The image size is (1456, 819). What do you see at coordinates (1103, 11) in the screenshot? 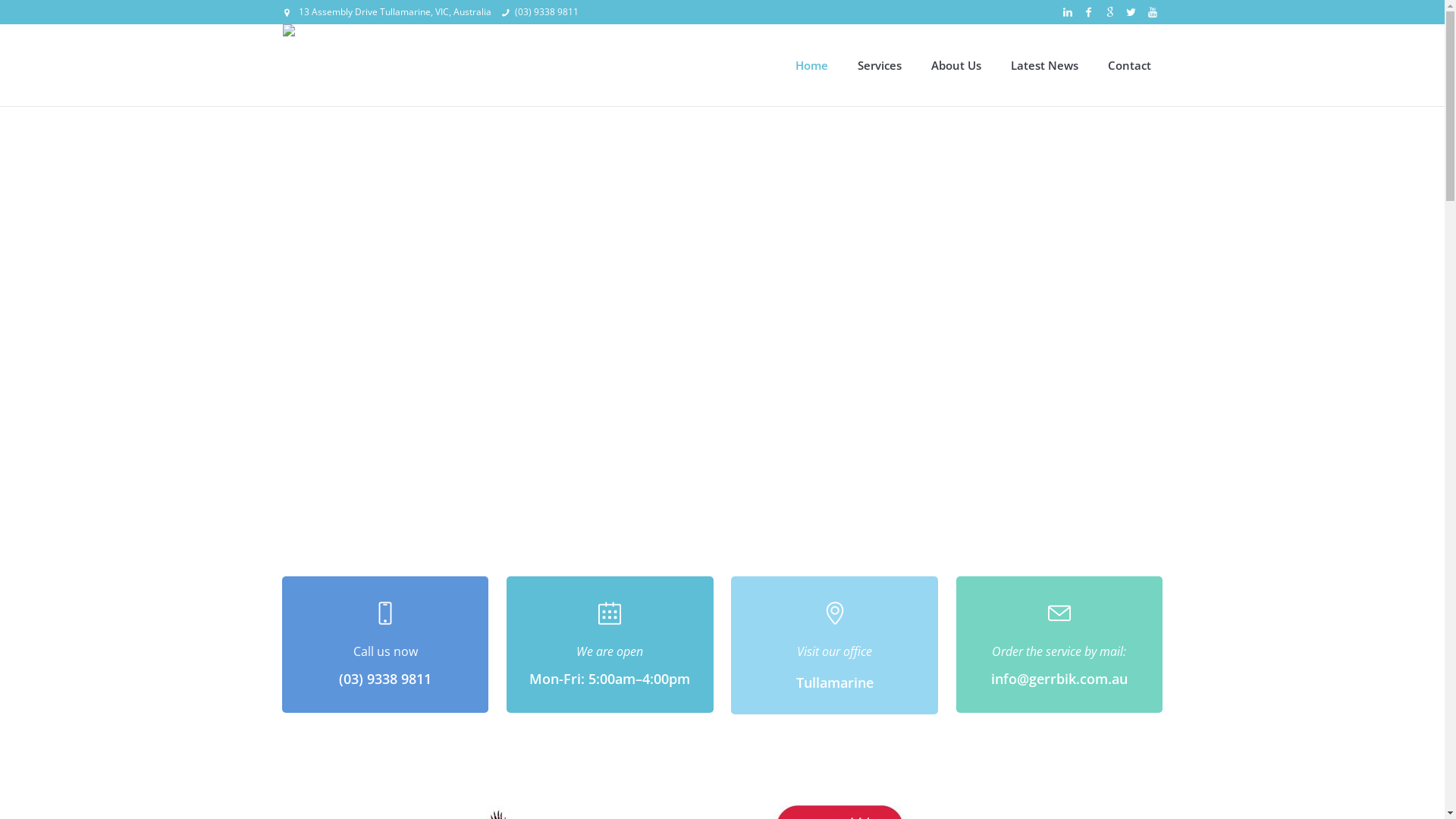
I see `'Google+'` at bounding box center [1103, 11].